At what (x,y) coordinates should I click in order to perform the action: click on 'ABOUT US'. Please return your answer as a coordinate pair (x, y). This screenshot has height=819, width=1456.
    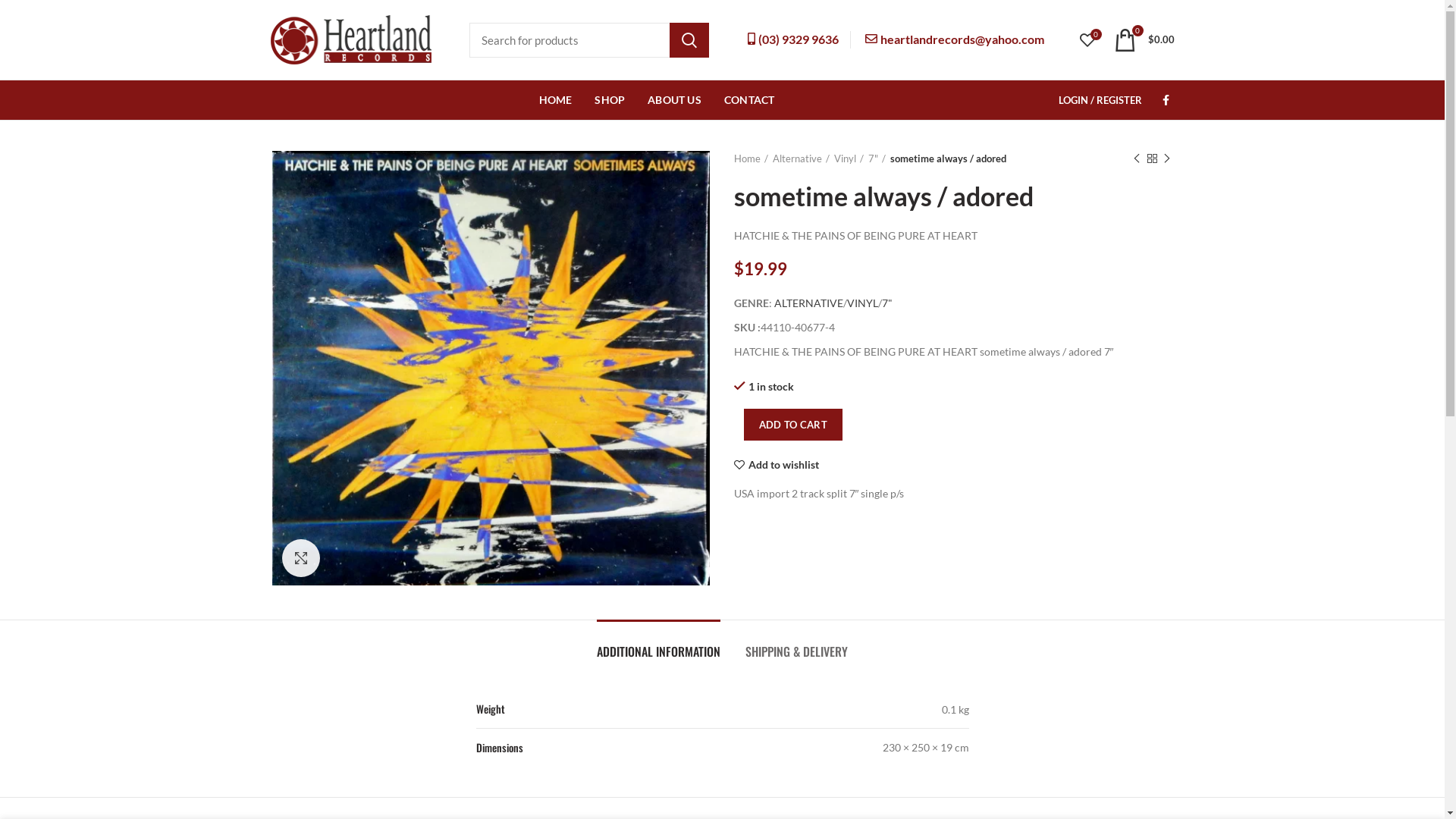
    Looking at the image, I should click on (673, 99).